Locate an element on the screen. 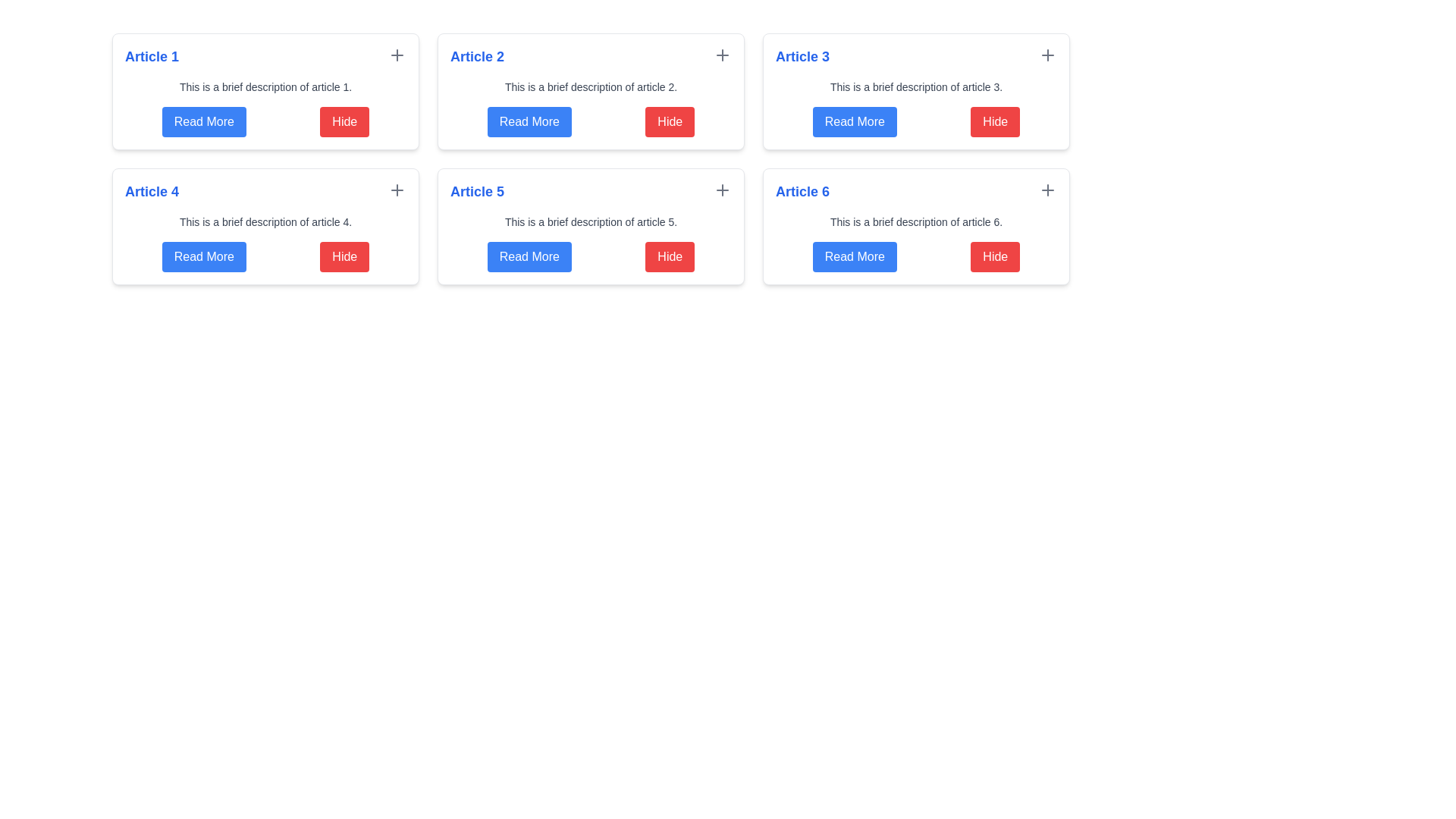 The width and height of the screenshot is (1456, 819). the rightmost button in the first row of the grid layout, which is used to hide or collapse the associated content, located adjacent to the 'Read More' button is located at coordinates (669, 121).